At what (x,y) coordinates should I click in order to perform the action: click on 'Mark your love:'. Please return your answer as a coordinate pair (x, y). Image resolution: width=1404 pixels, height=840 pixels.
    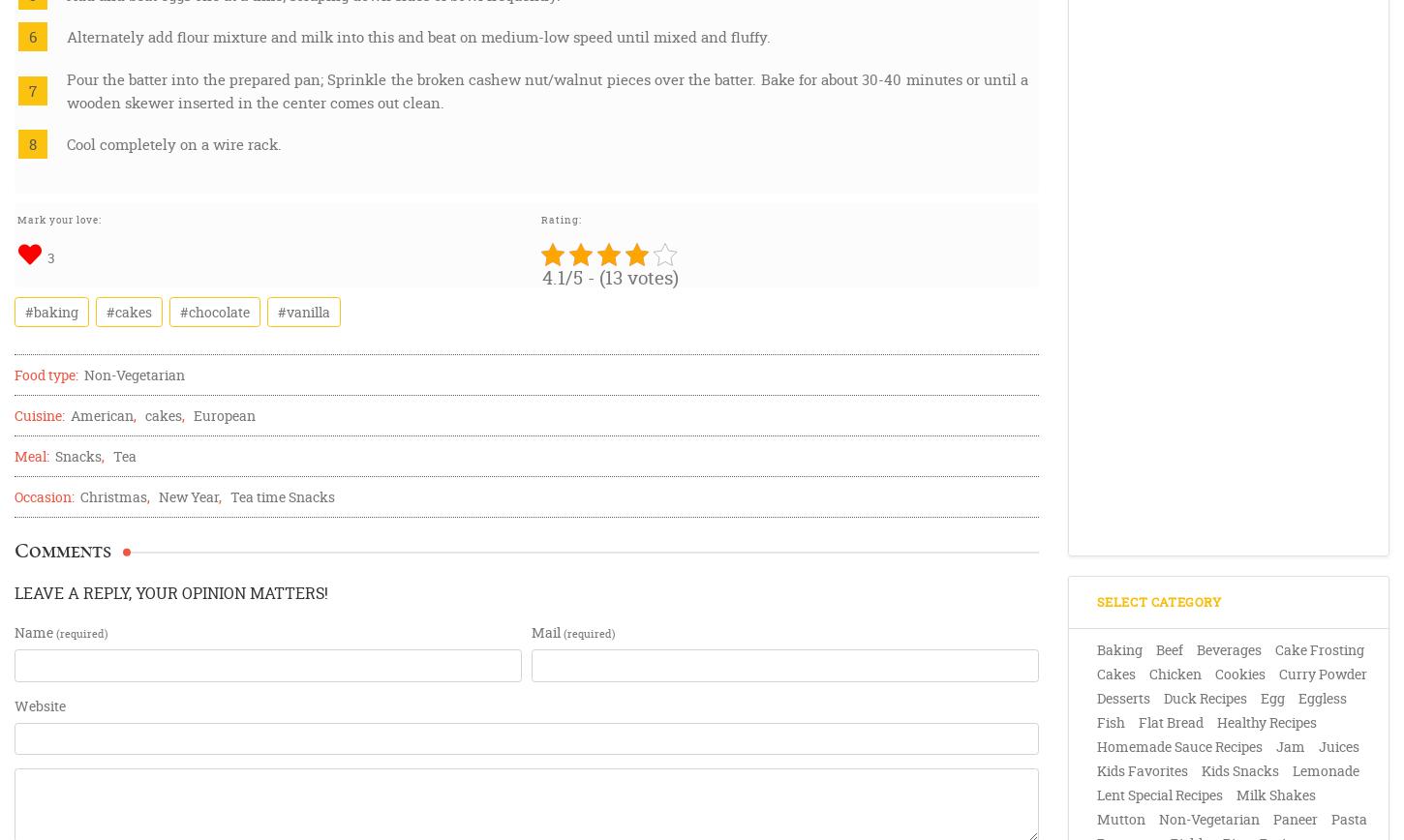
    Looking at the image, I should click on (59, 220).